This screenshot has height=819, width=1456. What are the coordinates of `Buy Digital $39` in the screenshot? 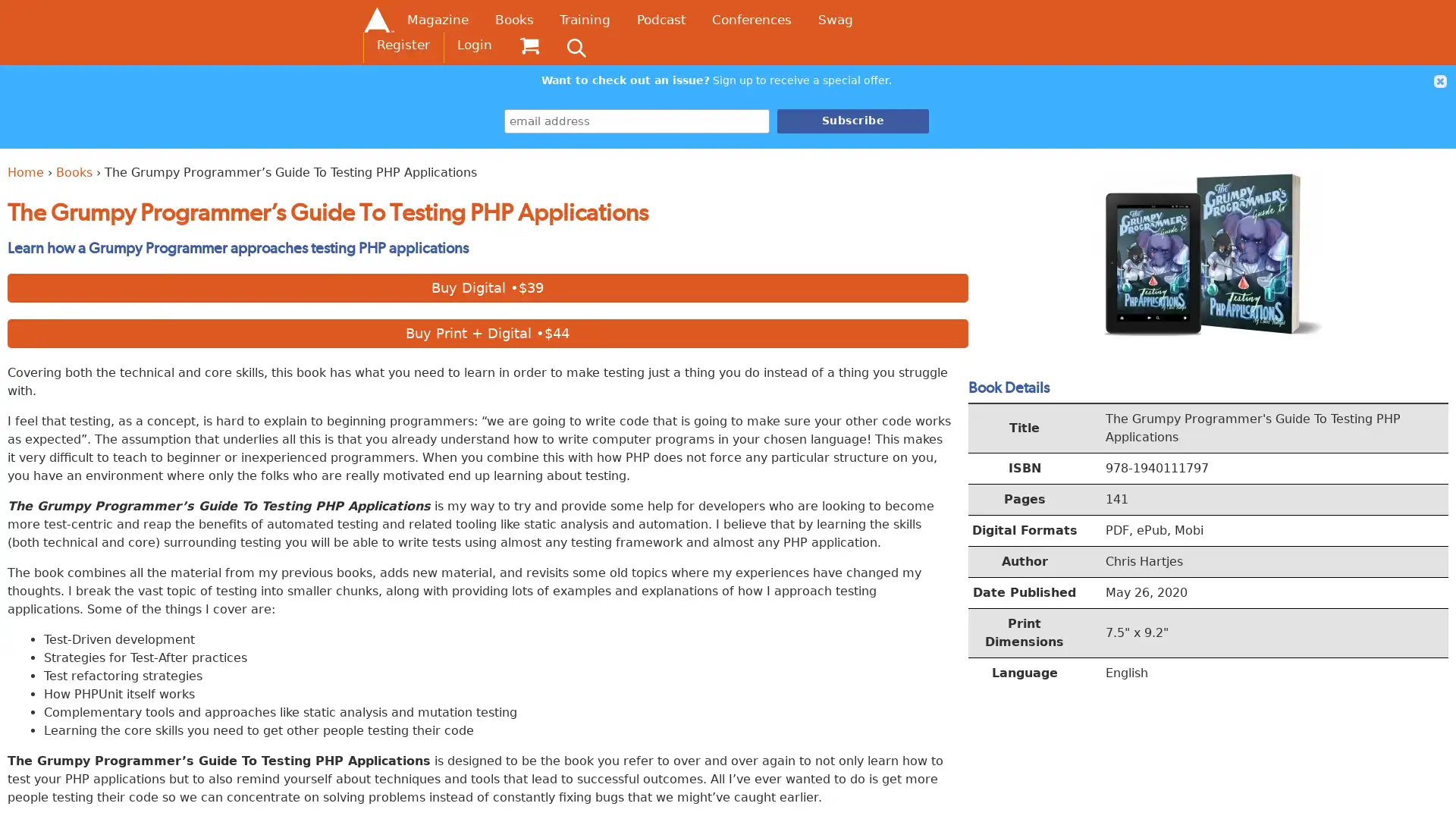 It's located at (488, 287).